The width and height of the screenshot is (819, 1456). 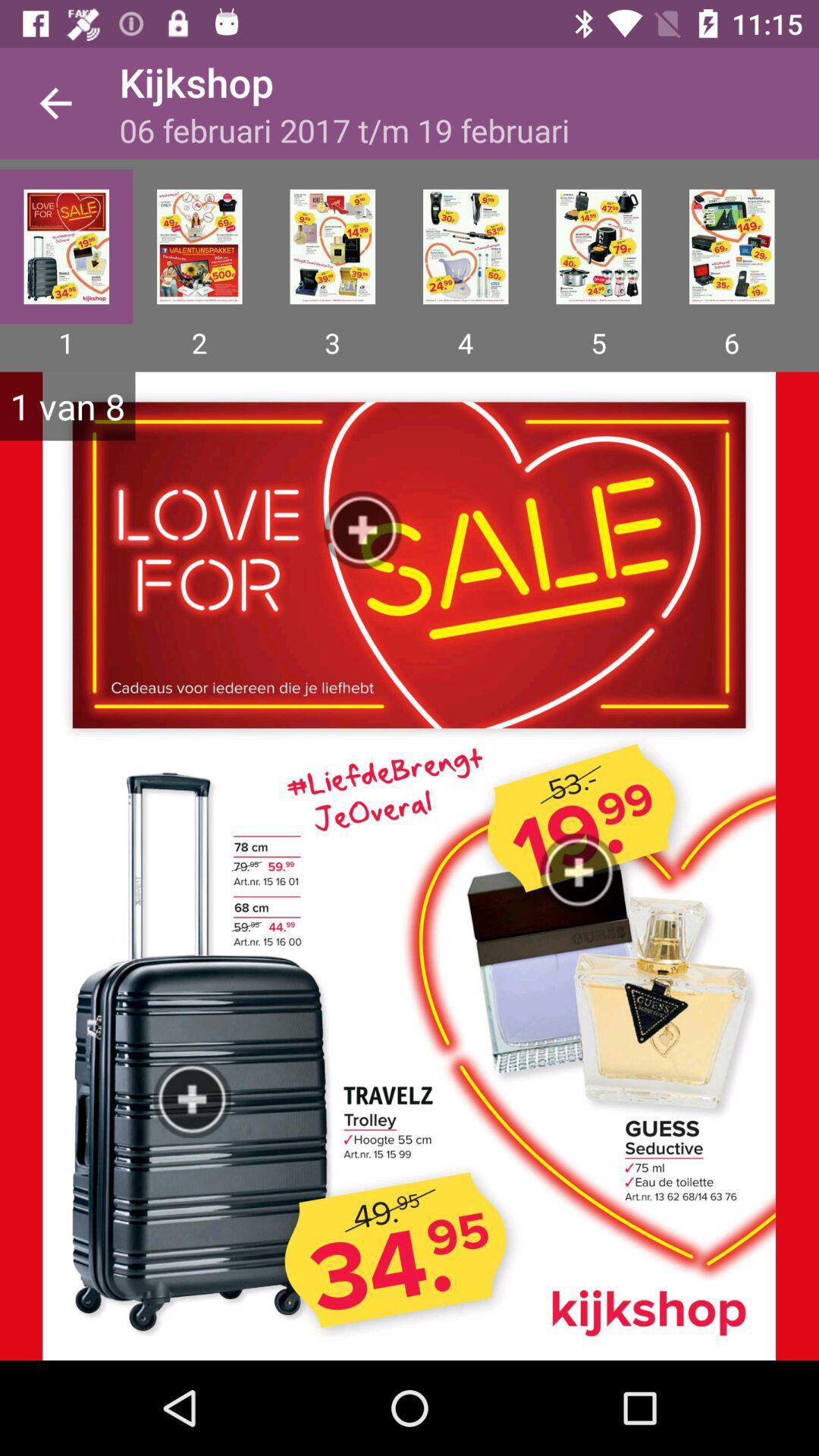 What do you see at coordinates (65, 246) in the screenshot?
I see `expand photo number one` at bounding box center [65, 246].